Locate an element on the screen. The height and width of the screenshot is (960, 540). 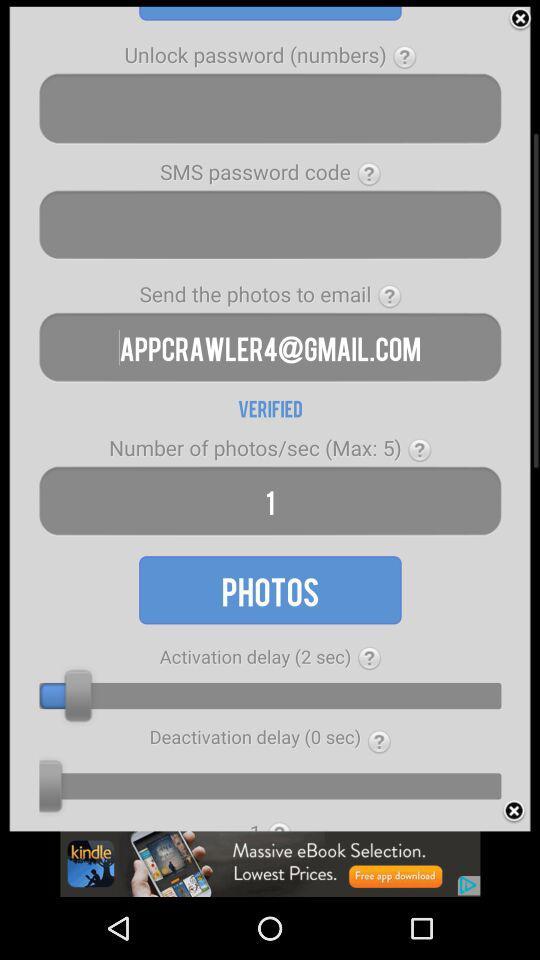
the help icon is located at coordinates (418, 481).